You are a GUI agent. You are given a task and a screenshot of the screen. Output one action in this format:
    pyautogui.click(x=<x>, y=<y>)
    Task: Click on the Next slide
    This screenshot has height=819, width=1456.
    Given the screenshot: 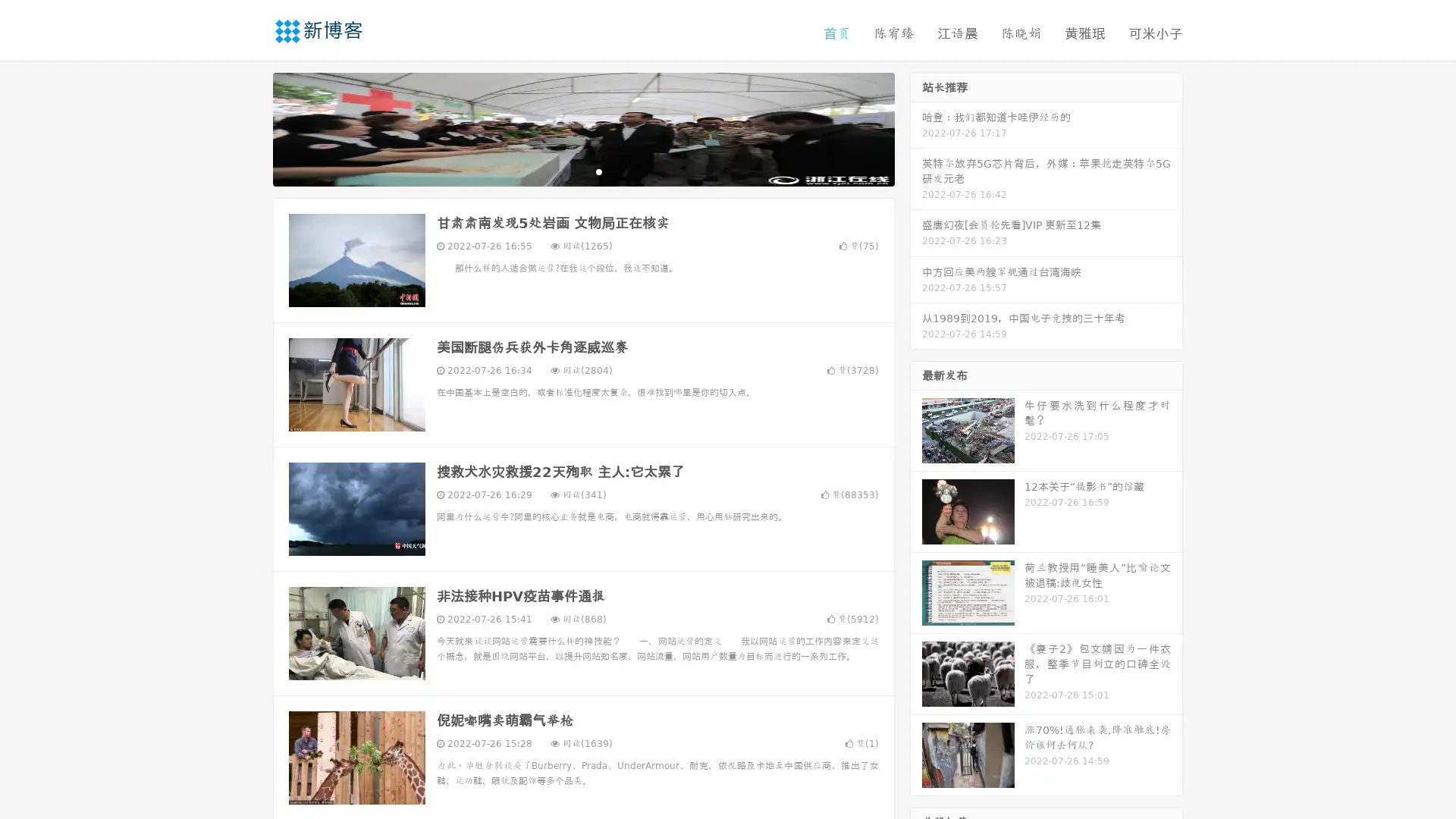 What is the action you would take?
    pyautogui.click(x=916, y=127)
    